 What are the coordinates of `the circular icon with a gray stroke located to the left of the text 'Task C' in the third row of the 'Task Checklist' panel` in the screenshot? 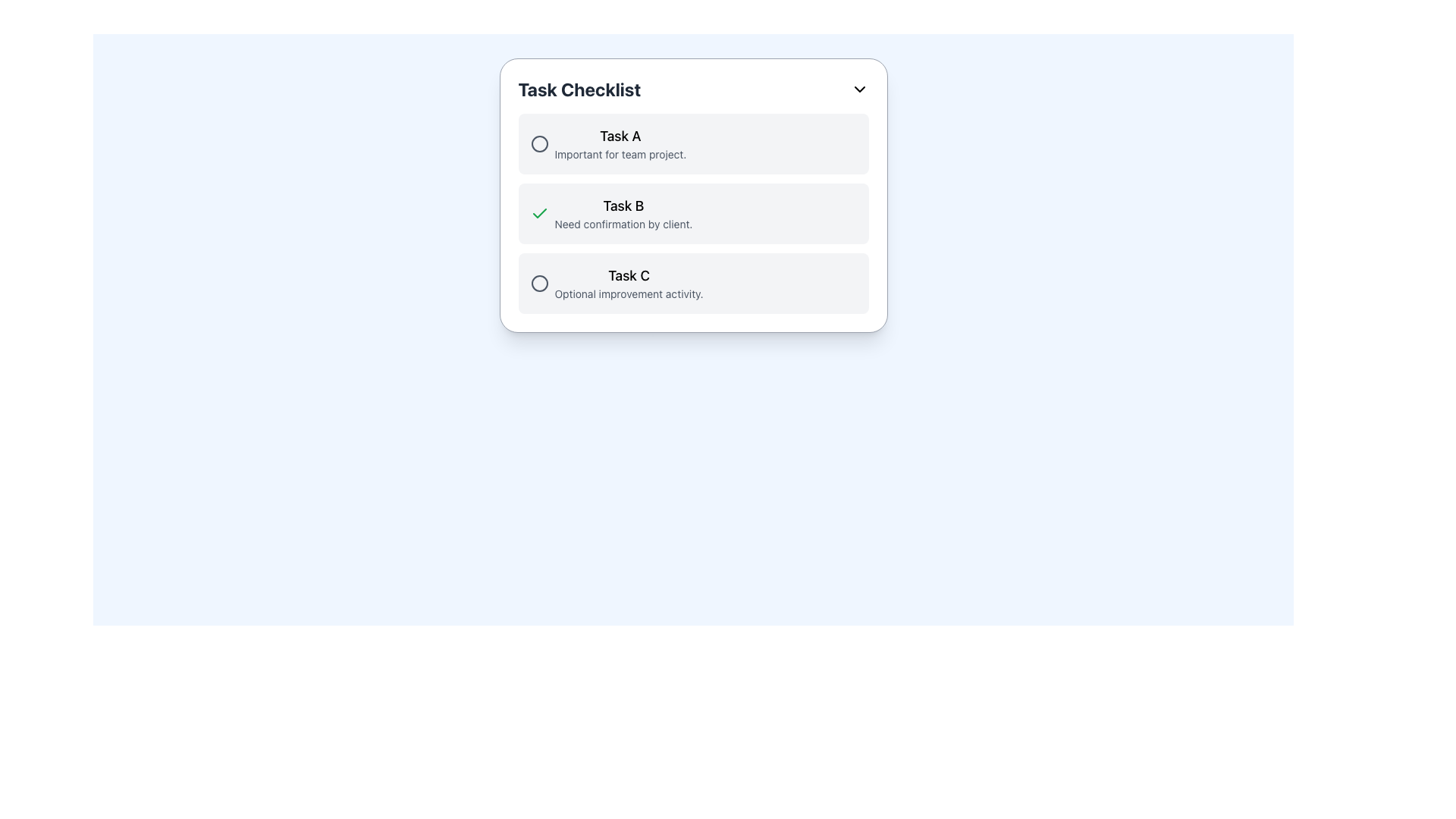 It's located at (539, 284).